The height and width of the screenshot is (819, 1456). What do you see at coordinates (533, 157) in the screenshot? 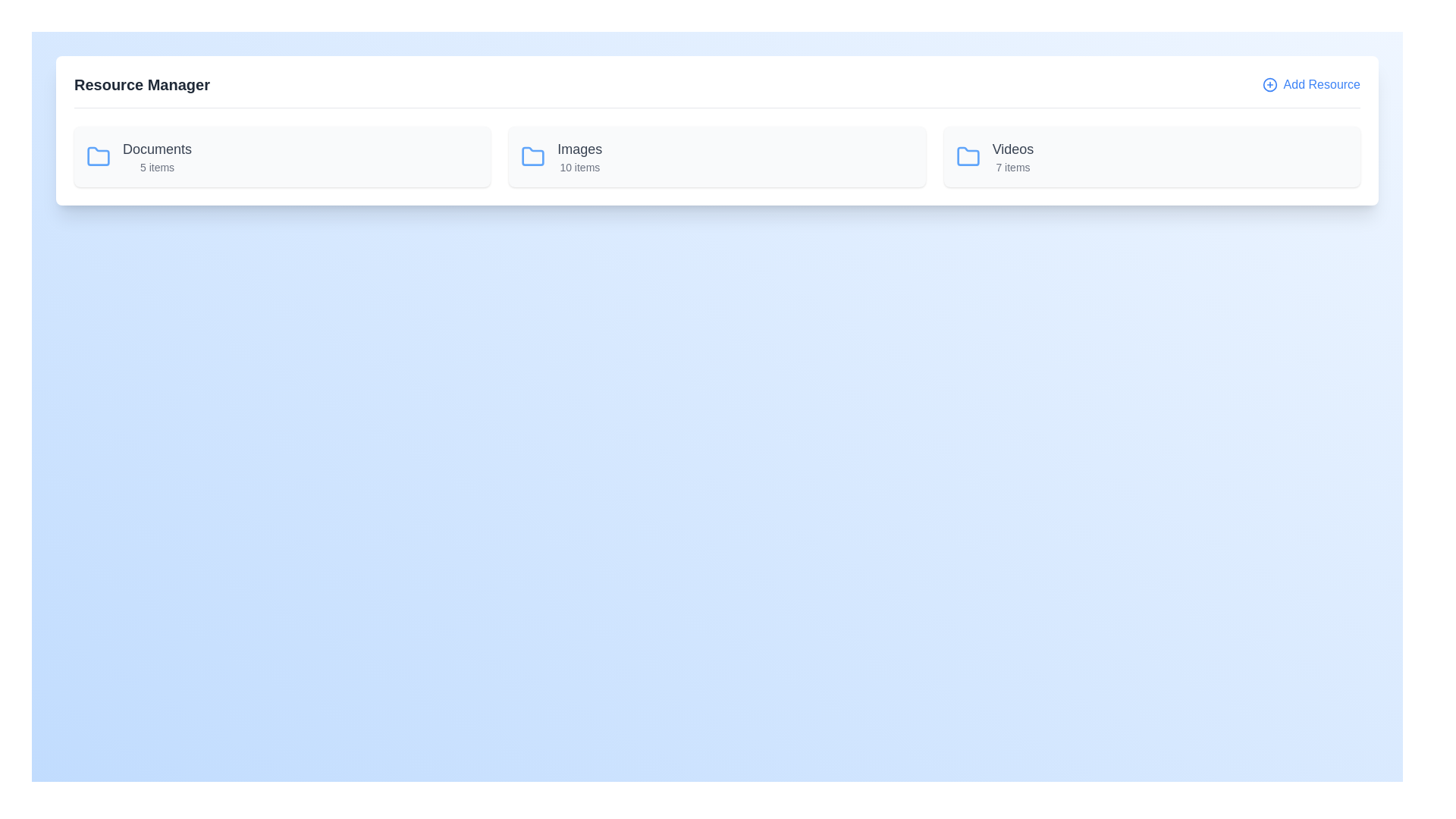
I see `the folder icon representing the 'Images' folder, which is the leftmost component in the group of three folder listings (Documents, Images, Videos) located at the top-center area of the interface` at bounding box center [533, 157].